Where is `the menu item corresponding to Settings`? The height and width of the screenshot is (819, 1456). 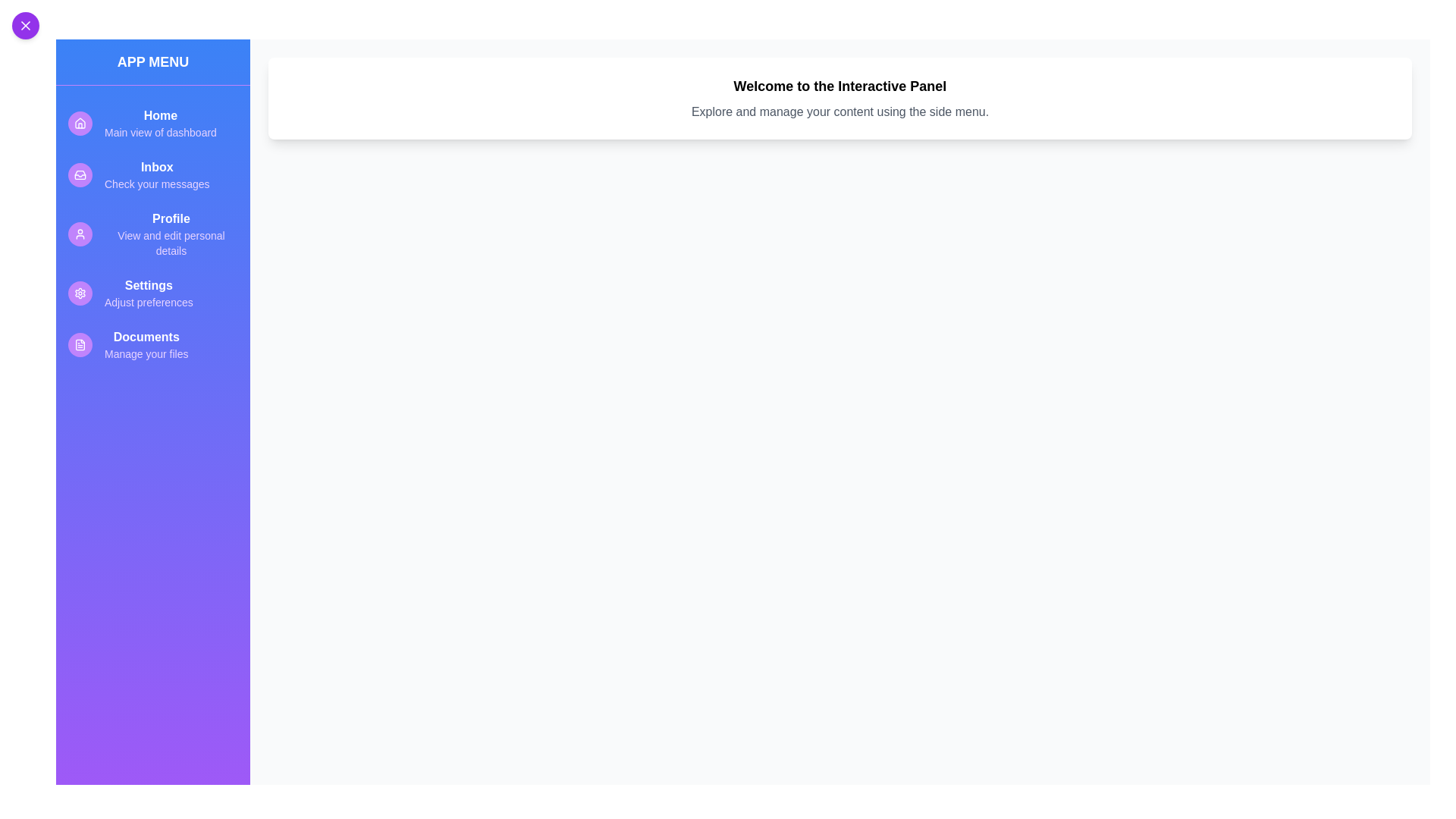
the menu item corresponding to Settings is located at coordinates (152, 293).